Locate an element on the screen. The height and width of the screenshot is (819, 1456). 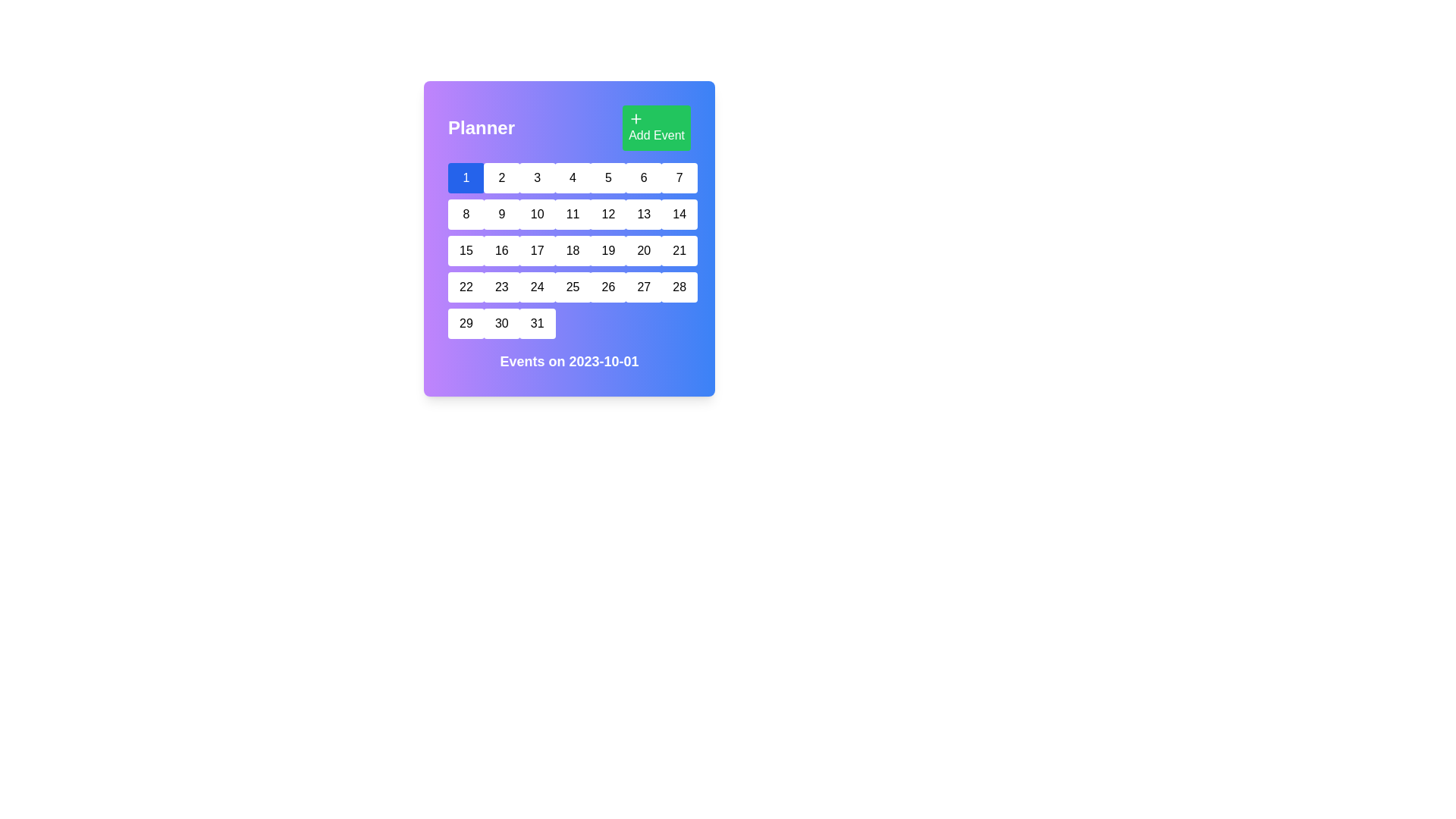
the clickable calendar date item representing the 30th day in the calendar grid is located at coordinates (501, 323).